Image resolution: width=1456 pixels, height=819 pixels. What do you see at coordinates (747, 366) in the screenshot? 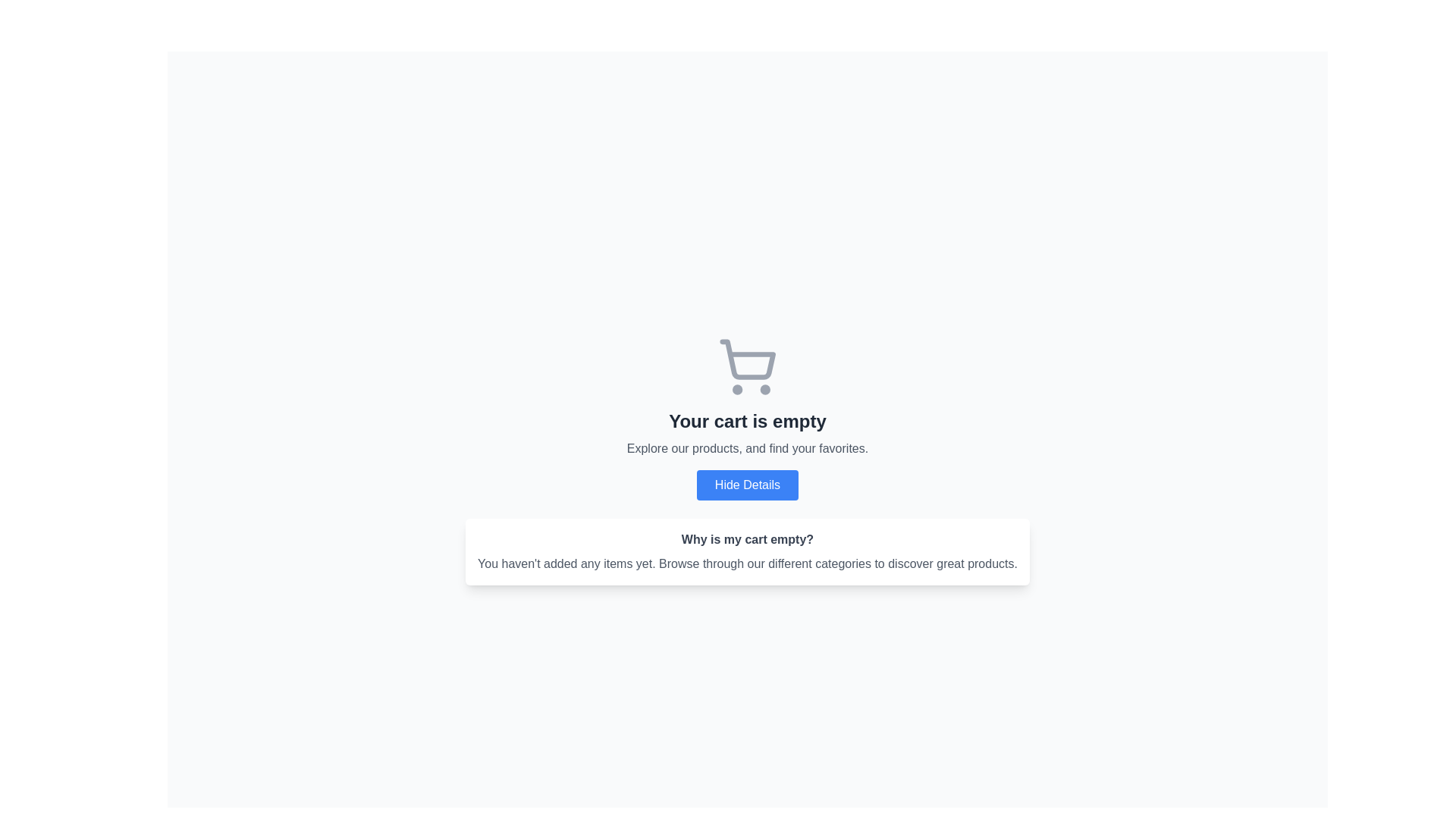
I see `the empty shopping cart SVG icon that visually communicates the status of the shopping cart, positioned centrally above the header text 'Your cart is empty'` at bounding box center [747, 366].